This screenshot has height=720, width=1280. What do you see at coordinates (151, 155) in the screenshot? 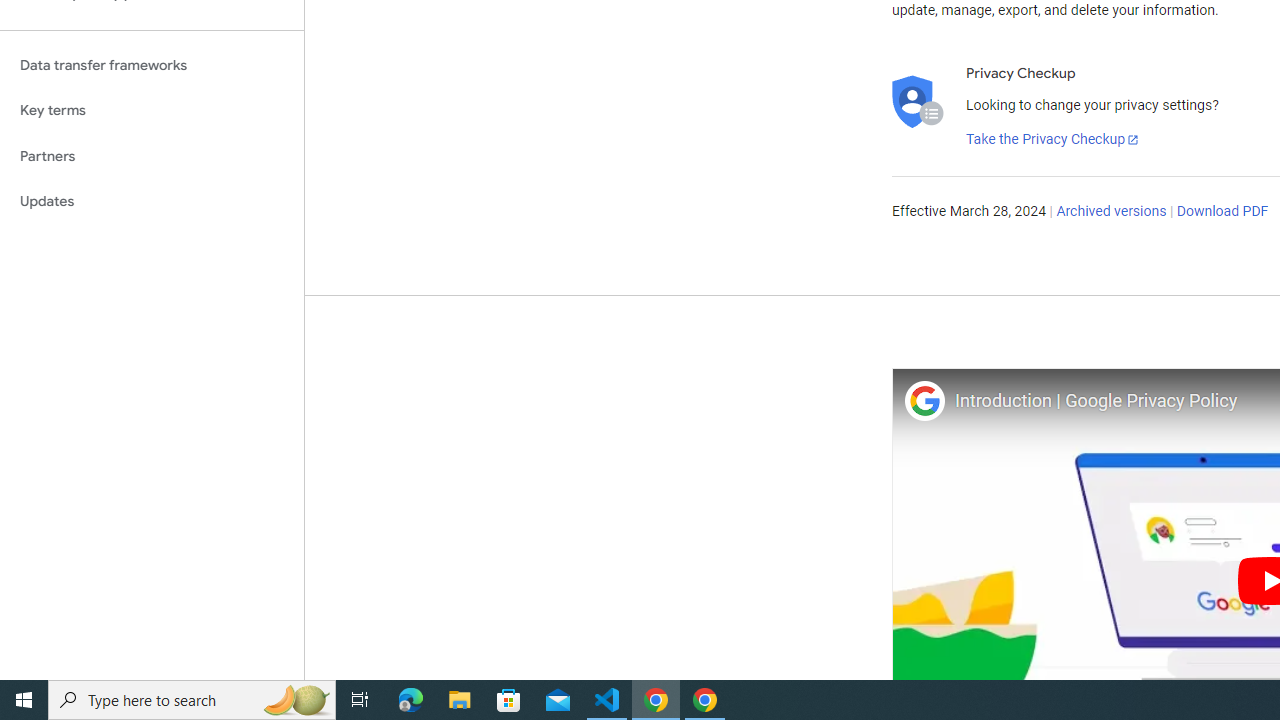
I see `'Partners'` at bounding box center [151, 155].